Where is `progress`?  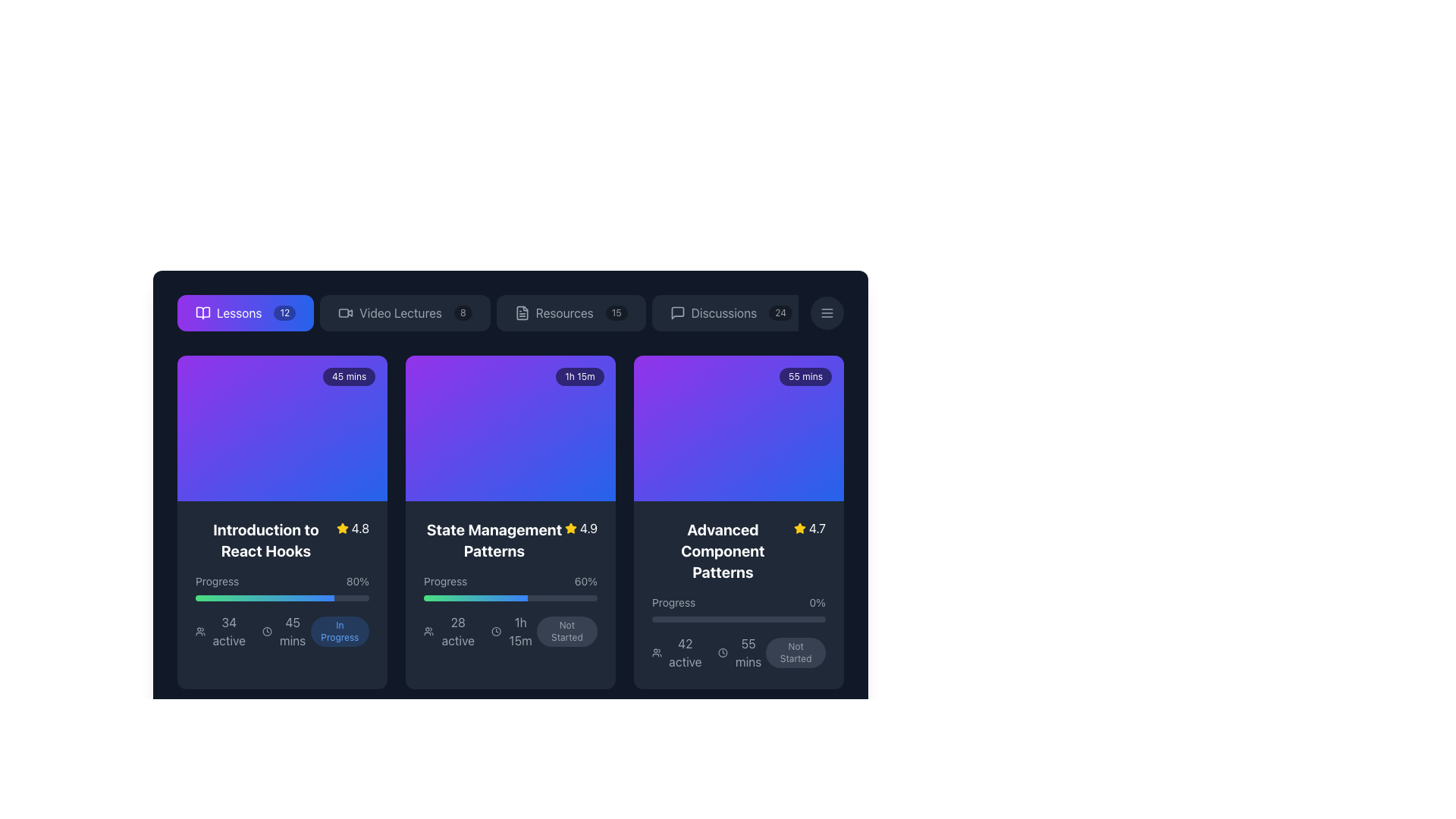 progress is located at coordinates (200, 598).